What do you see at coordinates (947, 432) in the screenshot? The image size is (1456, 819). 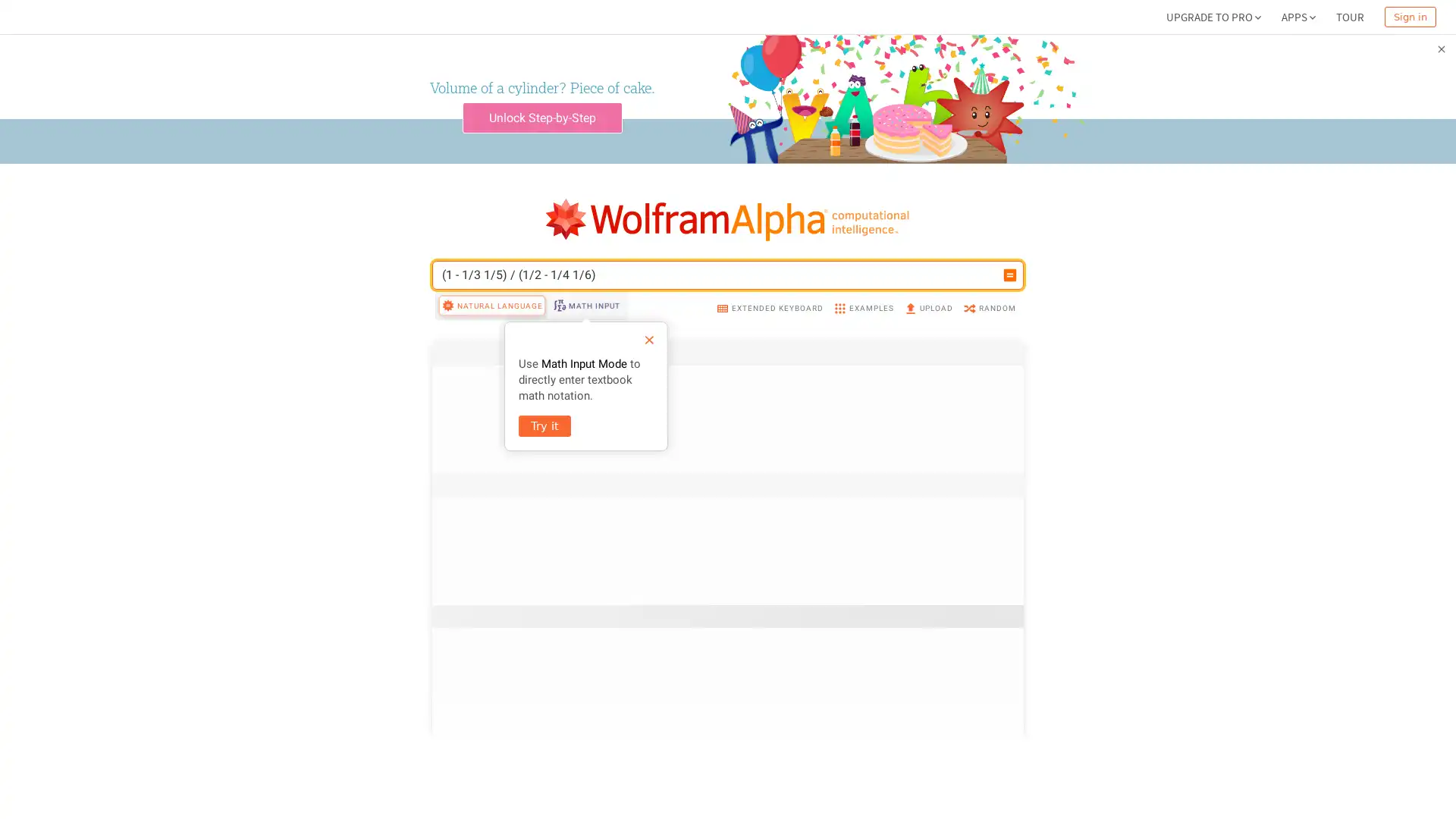 I see `Step-by-step solution` at bounding box center [947, 432].